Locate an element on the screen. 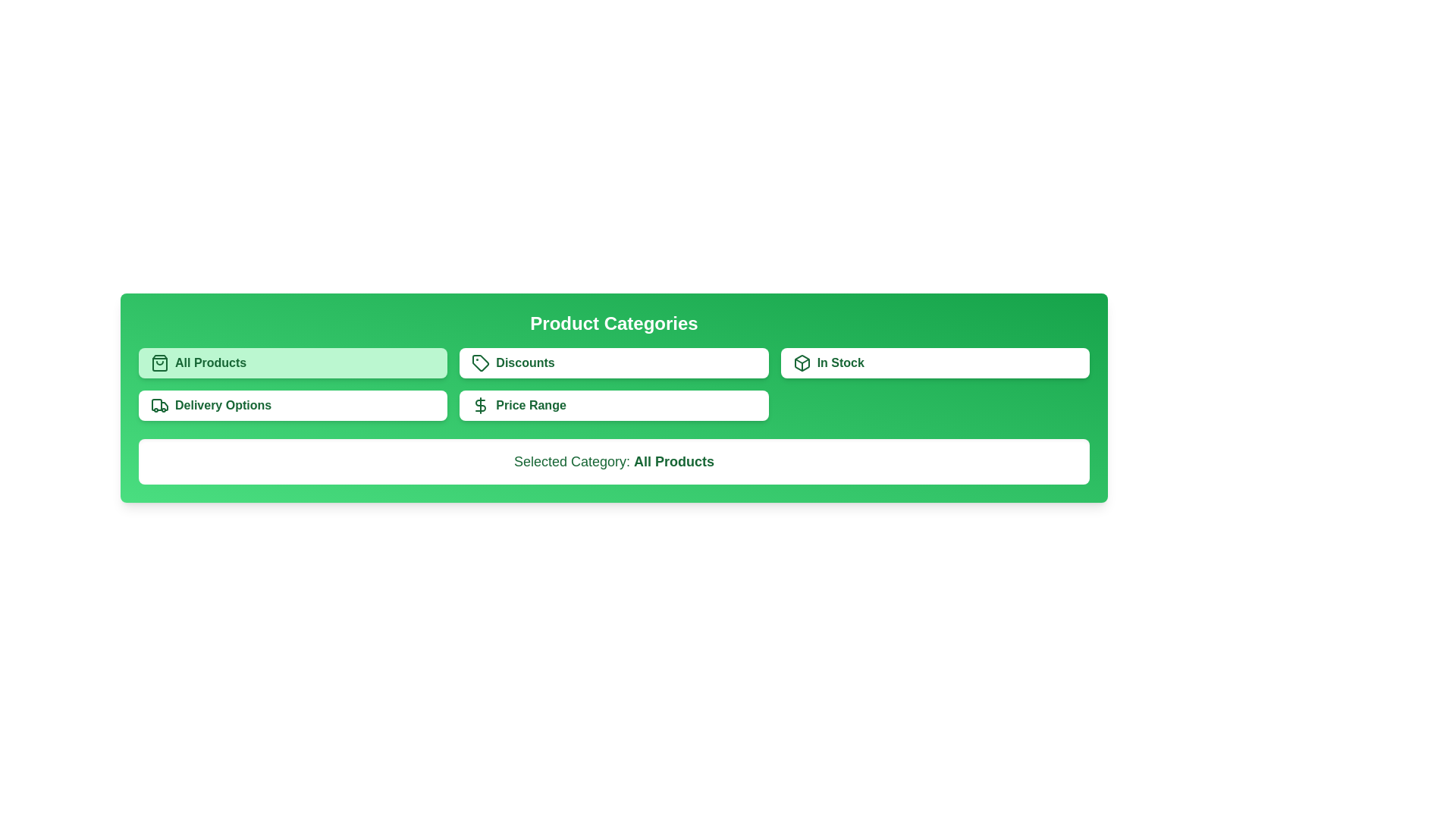 Image resolution: width=1456 pixels, height=819 pixels. the 'delivery options' icon located in the second button of the leftmost column in the 'Product Categories' section is located at coordinates (160, 405).